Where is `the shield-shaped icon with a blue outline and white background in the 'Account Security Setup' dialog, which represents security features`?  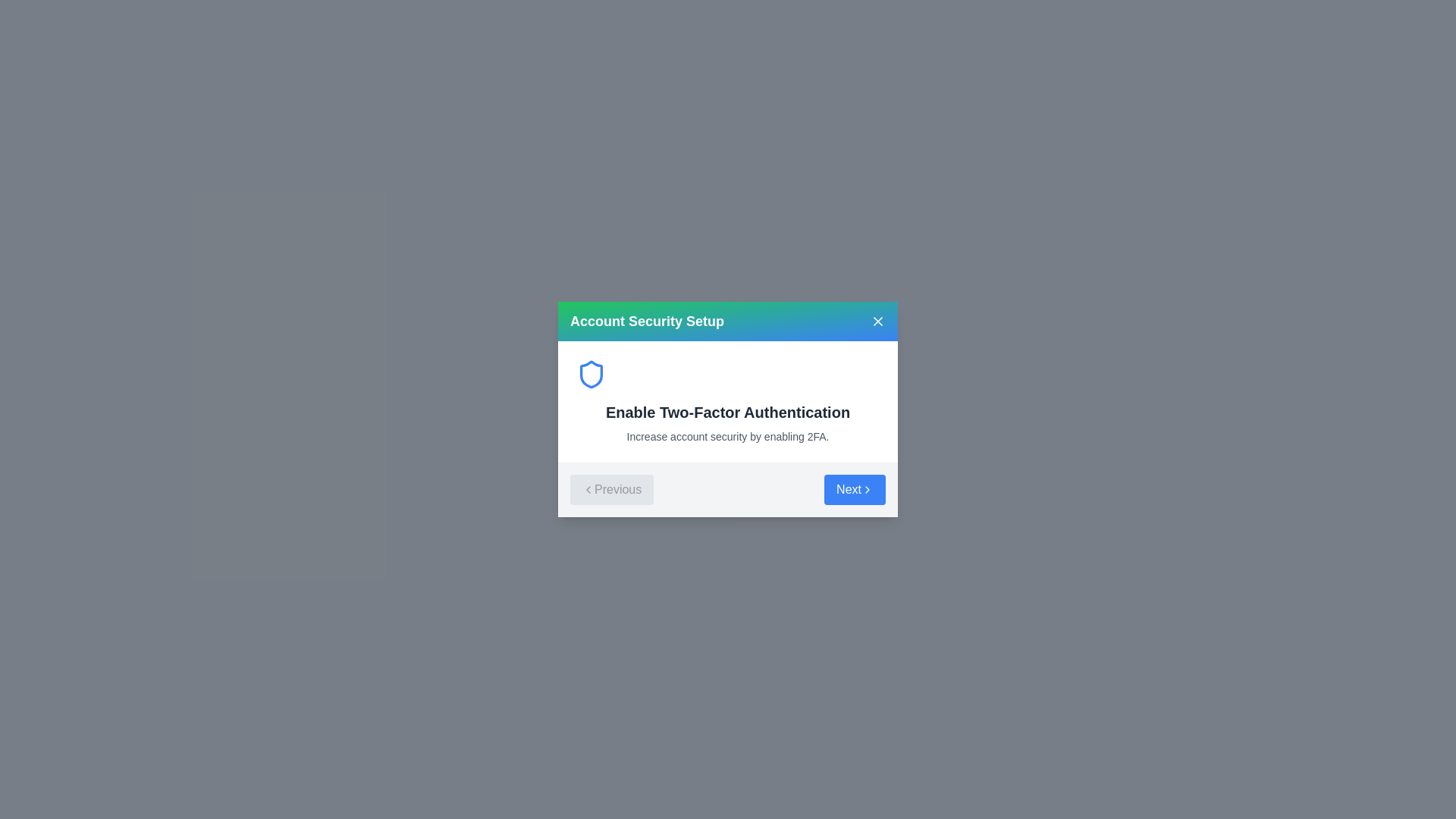
the shield-shaped icon with a blue outline and white background in the 'Account Security Setup' dialog, which represents security features is located at coordinates (590, 374).